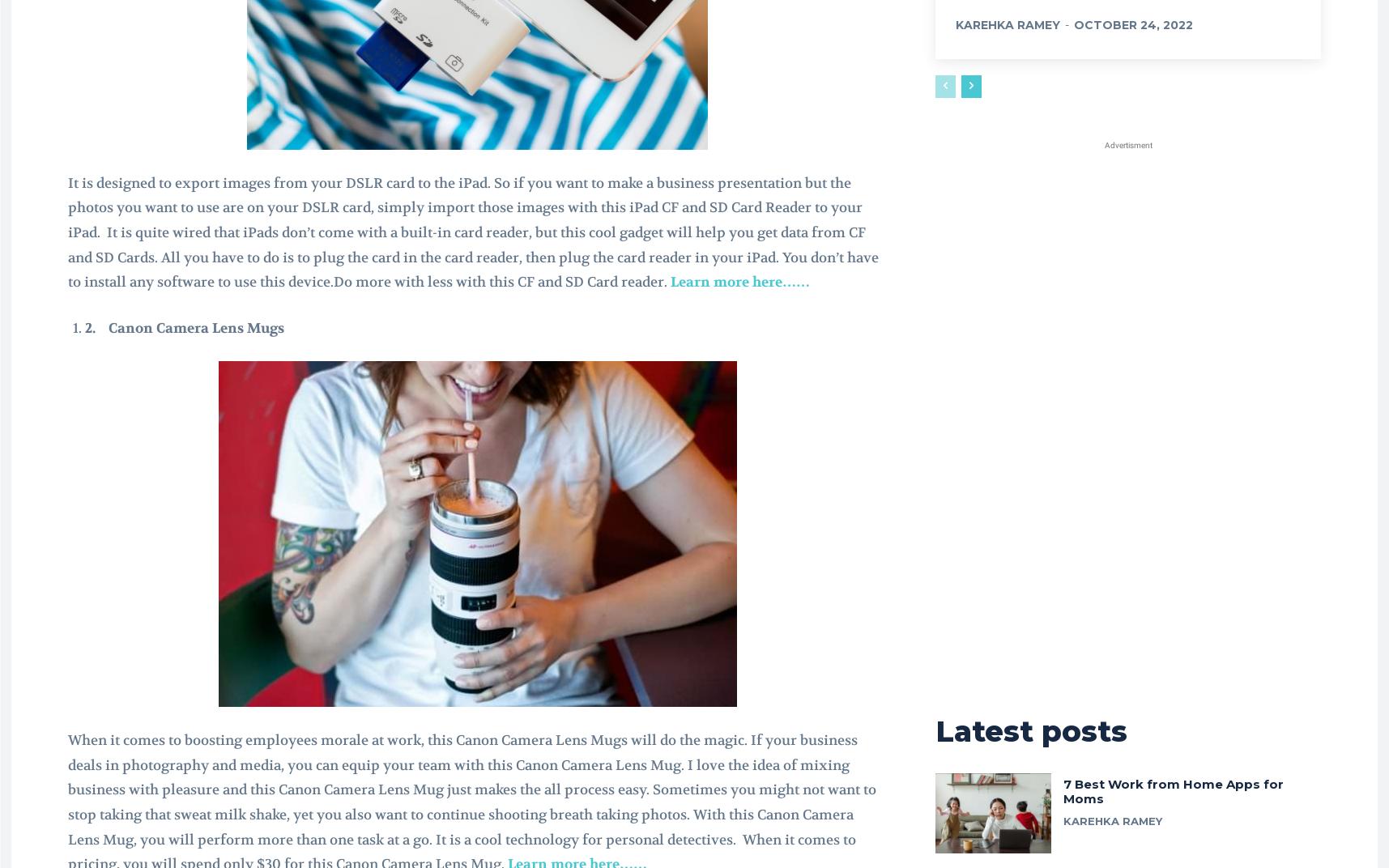 This screenshot has width=1389, height=868. I want to click on 'Learn more here……', so click(739, 281).